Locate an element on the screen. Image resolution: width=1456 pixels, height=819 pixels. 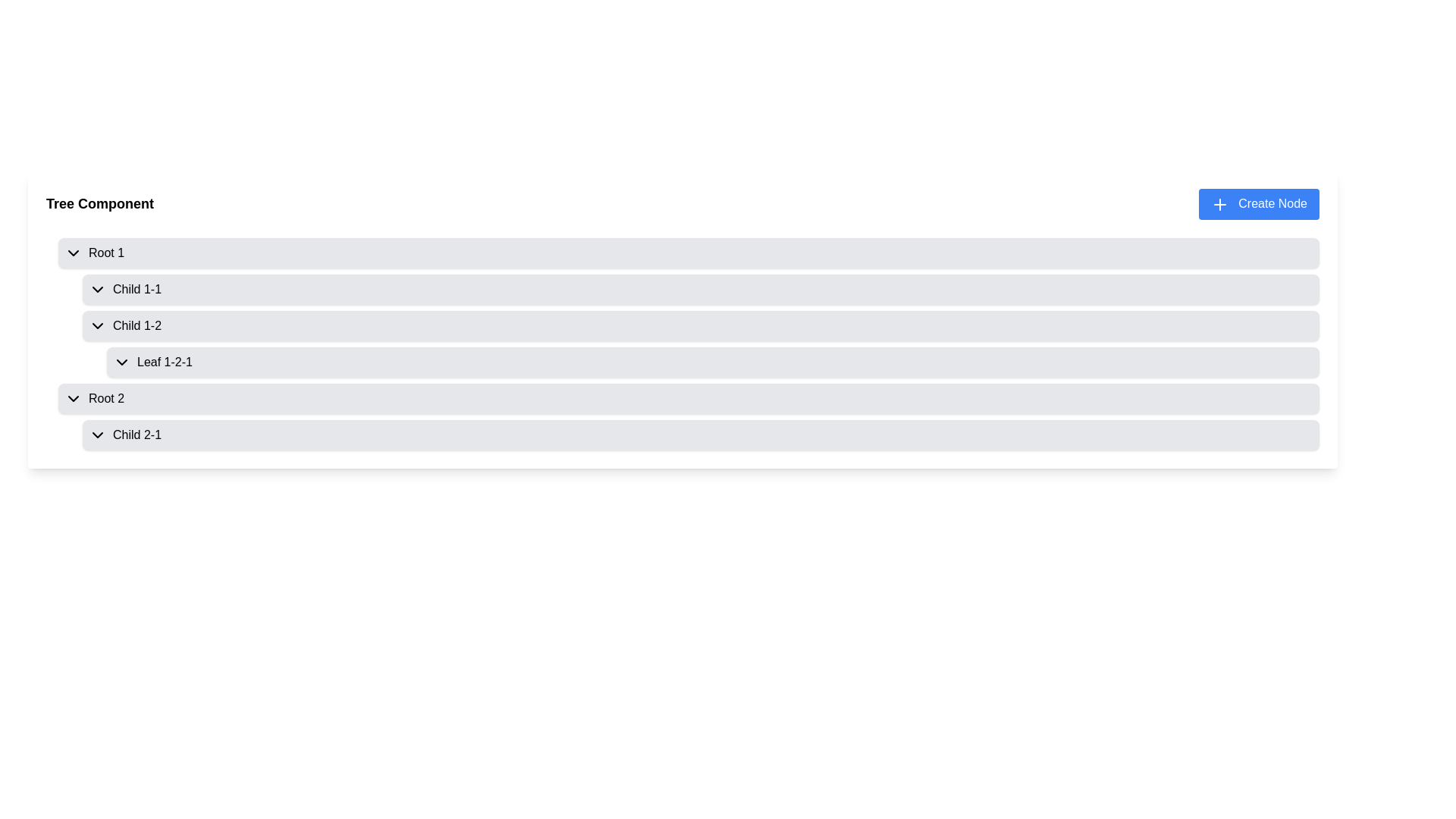
the downward-pointing chevron icon before the text 'Root 1' is located at coordinates (72, 251).